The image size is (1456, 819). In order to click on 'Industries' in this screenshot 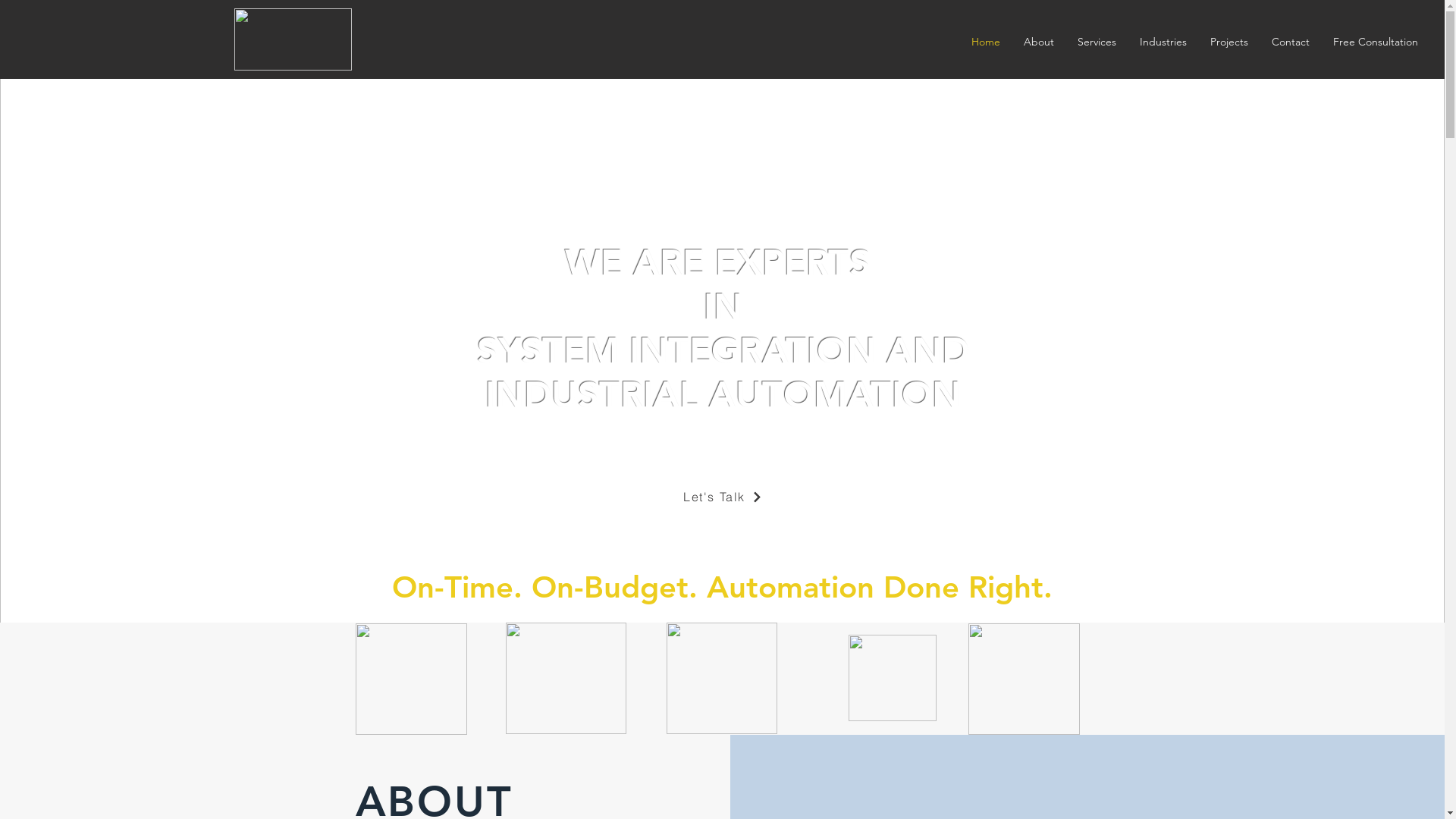, I will do `click(1162, 41)`.